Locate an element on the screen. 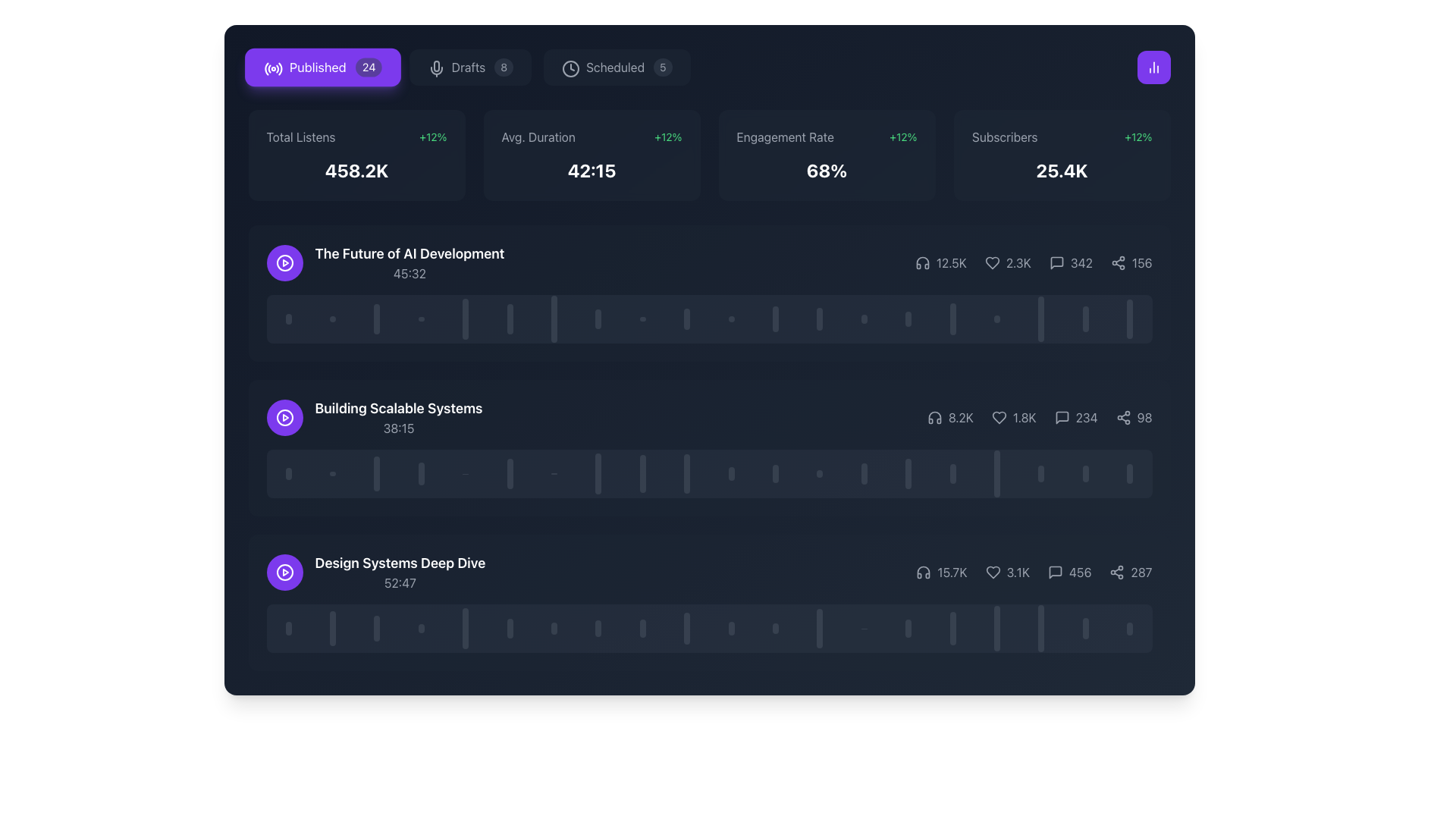  the first informational card displaying total listens and percentage growth, located in the top section of the analytics dashboard is located at coordinates (356, 155).